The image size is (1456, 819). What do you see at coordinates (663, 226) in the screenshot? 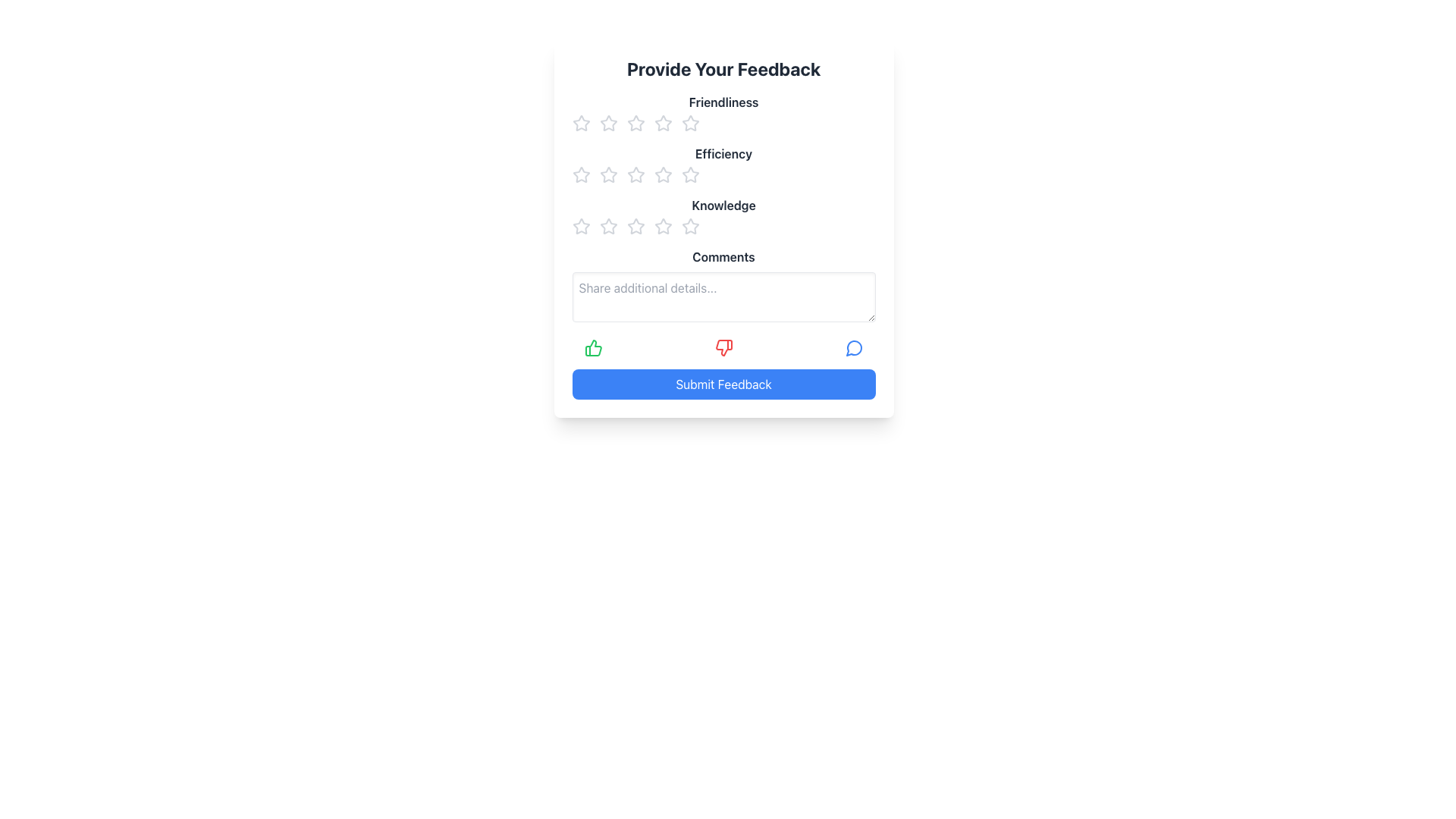
I see `the hollow star icon located in the third row and fourth column of the star rating interface to rate the 'Knowledge' category` at bounding box center [663, 226].